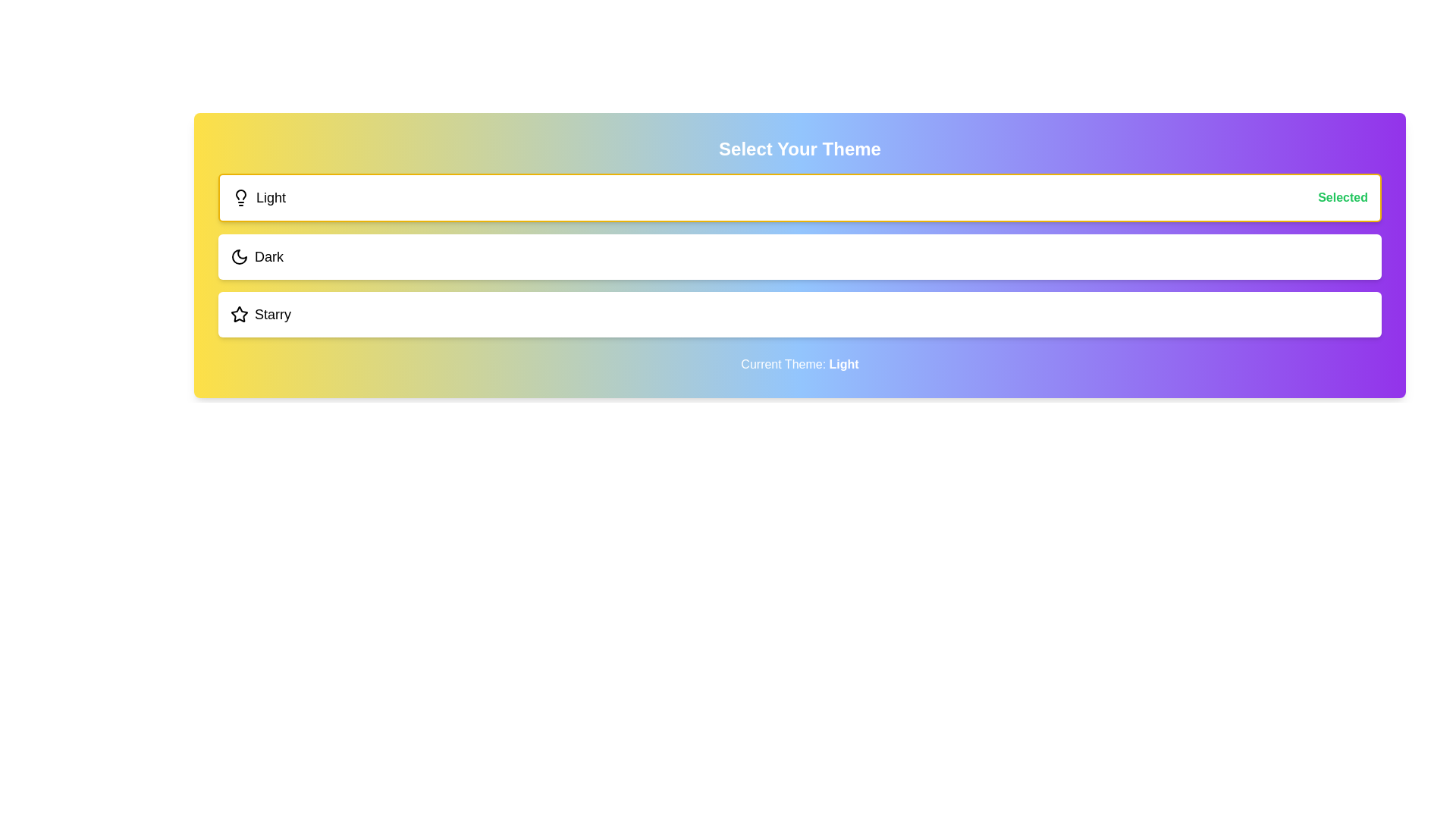  I want to click on the theme option Dark to select it, so click(257, 256).